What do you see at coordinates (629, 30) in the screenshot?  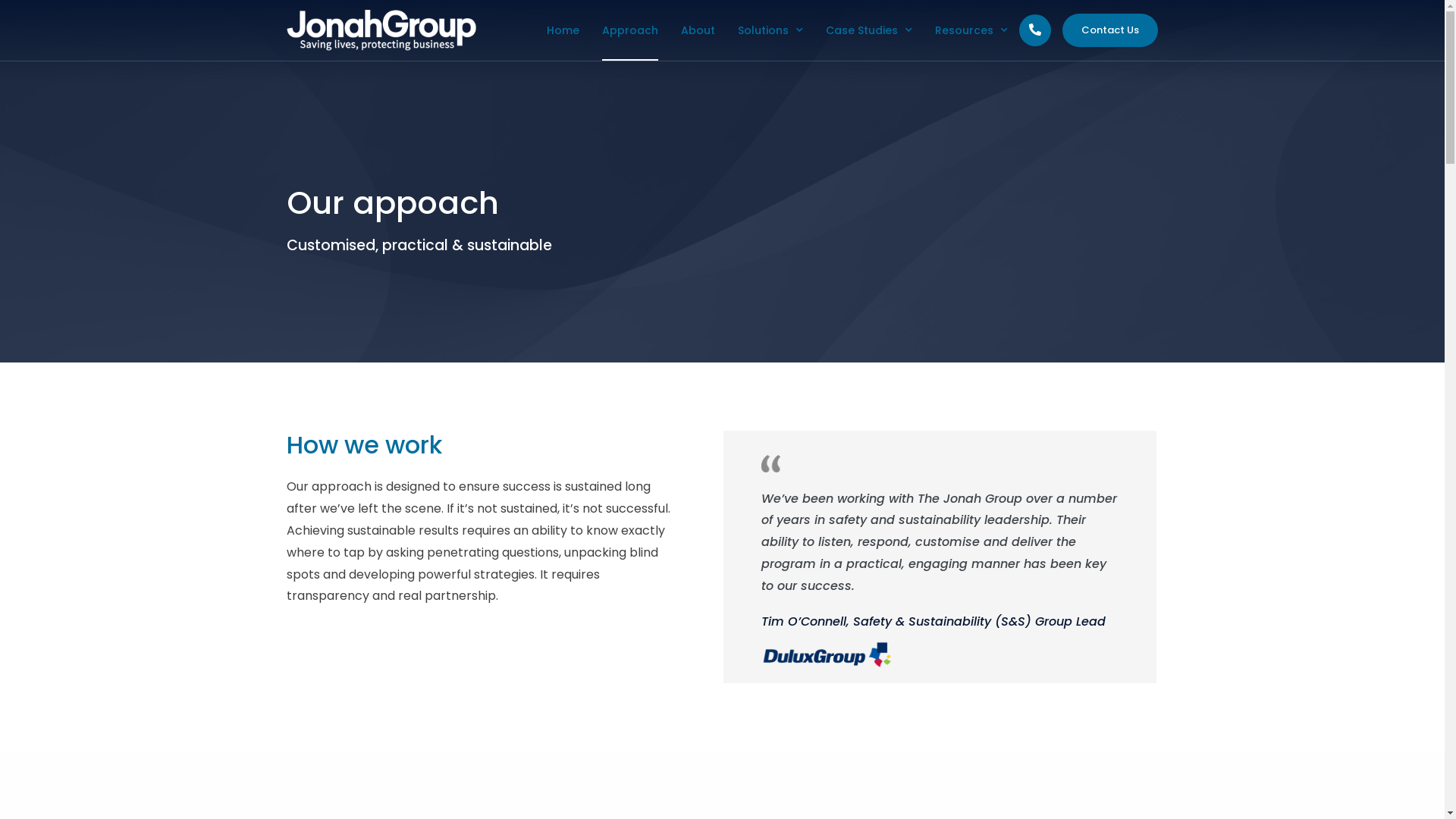 I see `'Approach'` at bounding box center [629, 30].